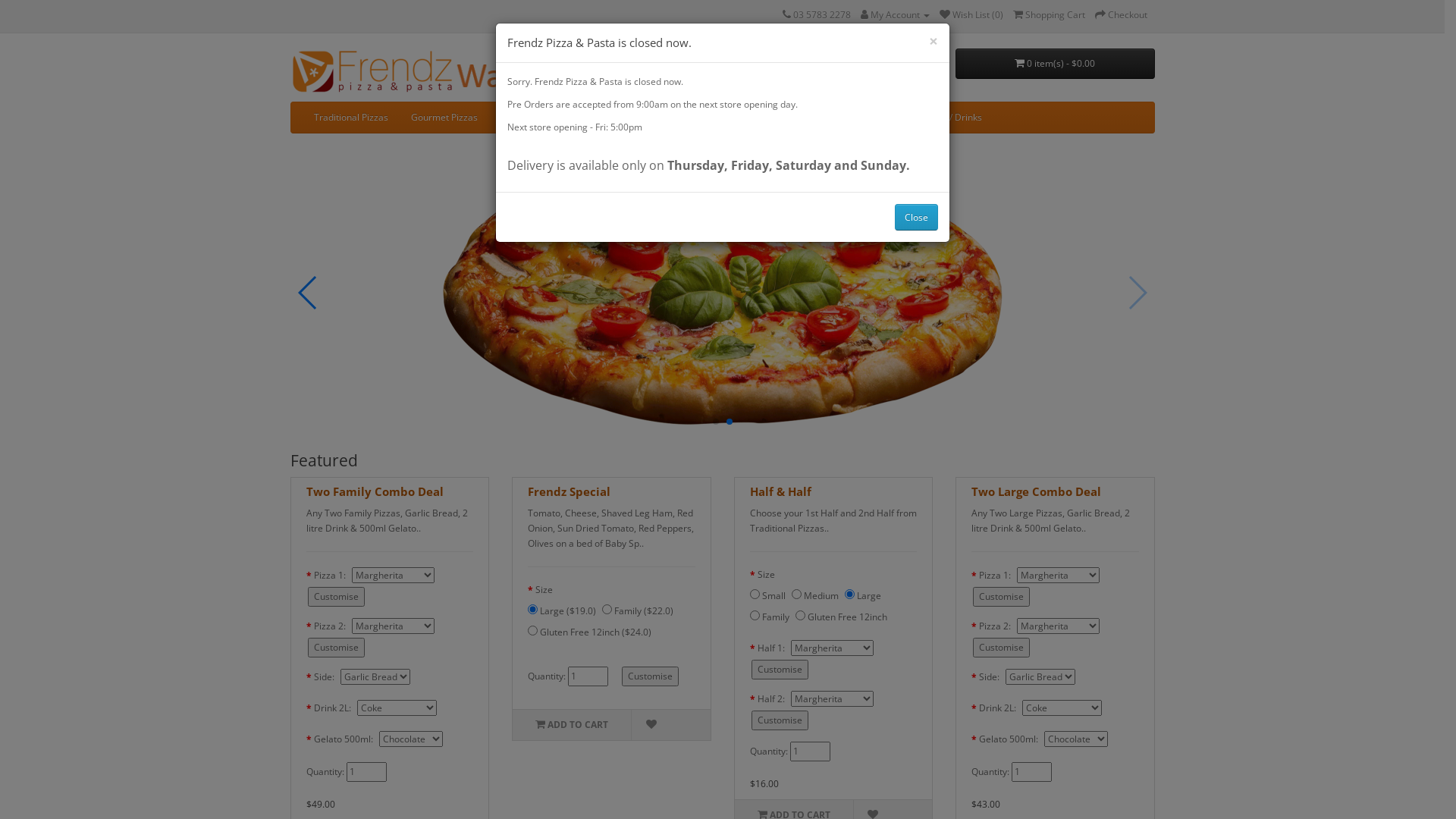 The width and height of the screenshot is (1456, 819). Describe the element at coordinates (915, 216) in the screenshot. I see `'Close'` at that location.